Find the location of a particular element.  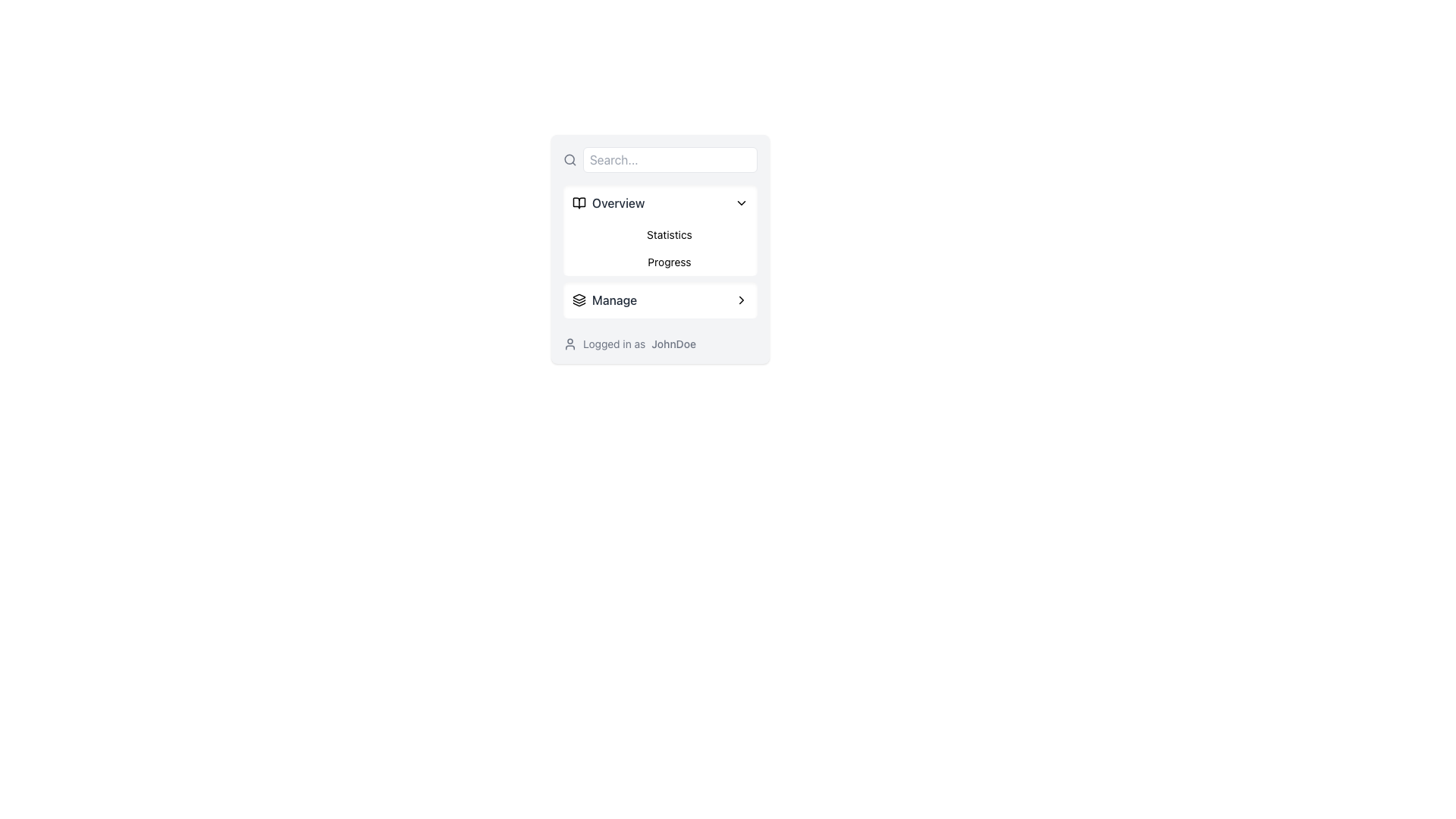

the 'Progress' link in the grouped list component located under the 'Overview' section is located at coordinates (660, 247).